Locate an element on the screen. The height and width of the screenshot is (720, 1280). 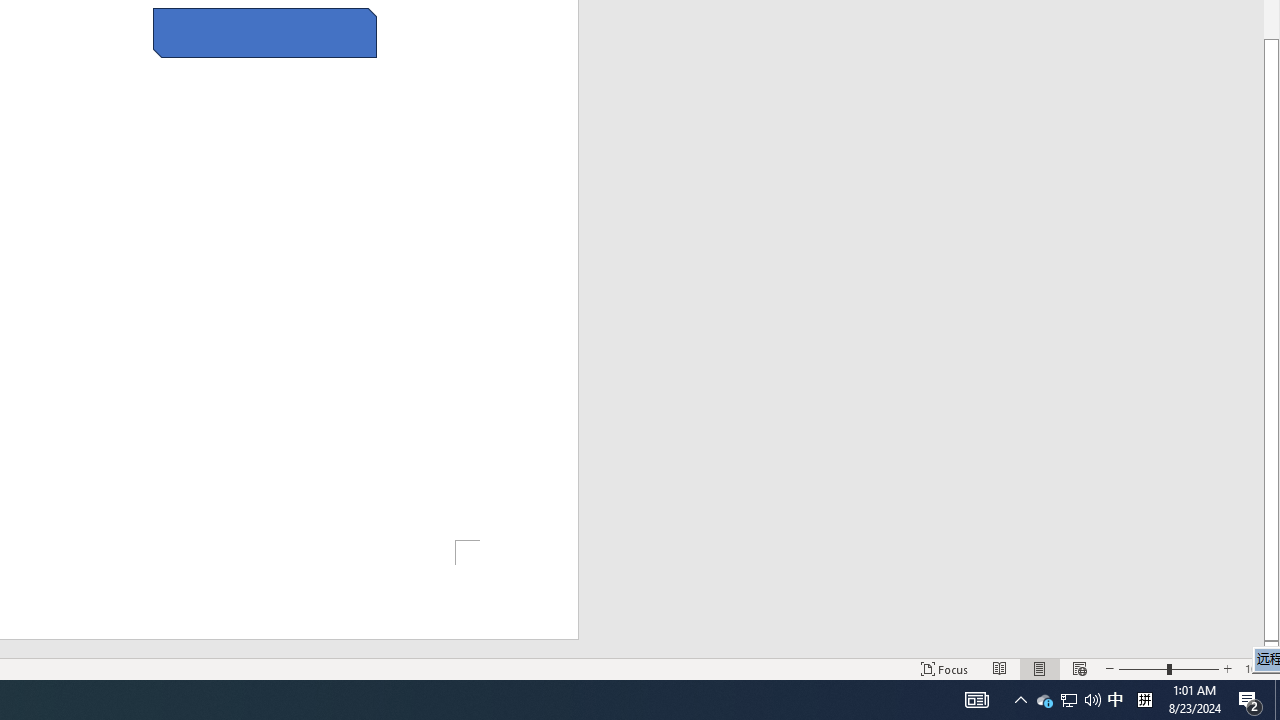
'Rectangle: Diagonal Corners Snipped 2' is located at coordinates (264, 33).